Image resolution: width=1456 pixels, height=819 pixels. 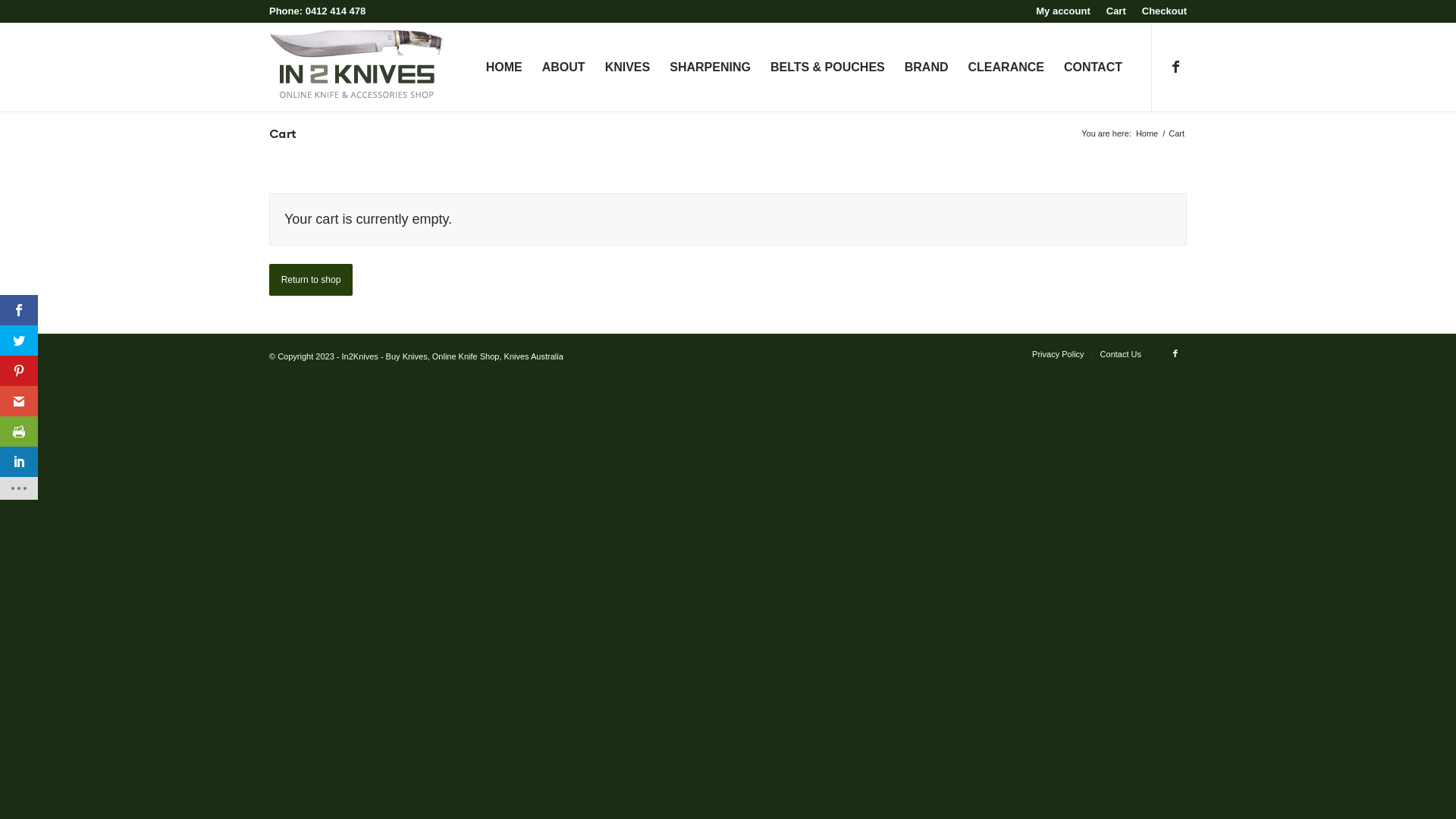 What do you see at coordinates (709, 66) in the screenshot?
I see `'SHARPENING'` at bounding box center [709, 66].